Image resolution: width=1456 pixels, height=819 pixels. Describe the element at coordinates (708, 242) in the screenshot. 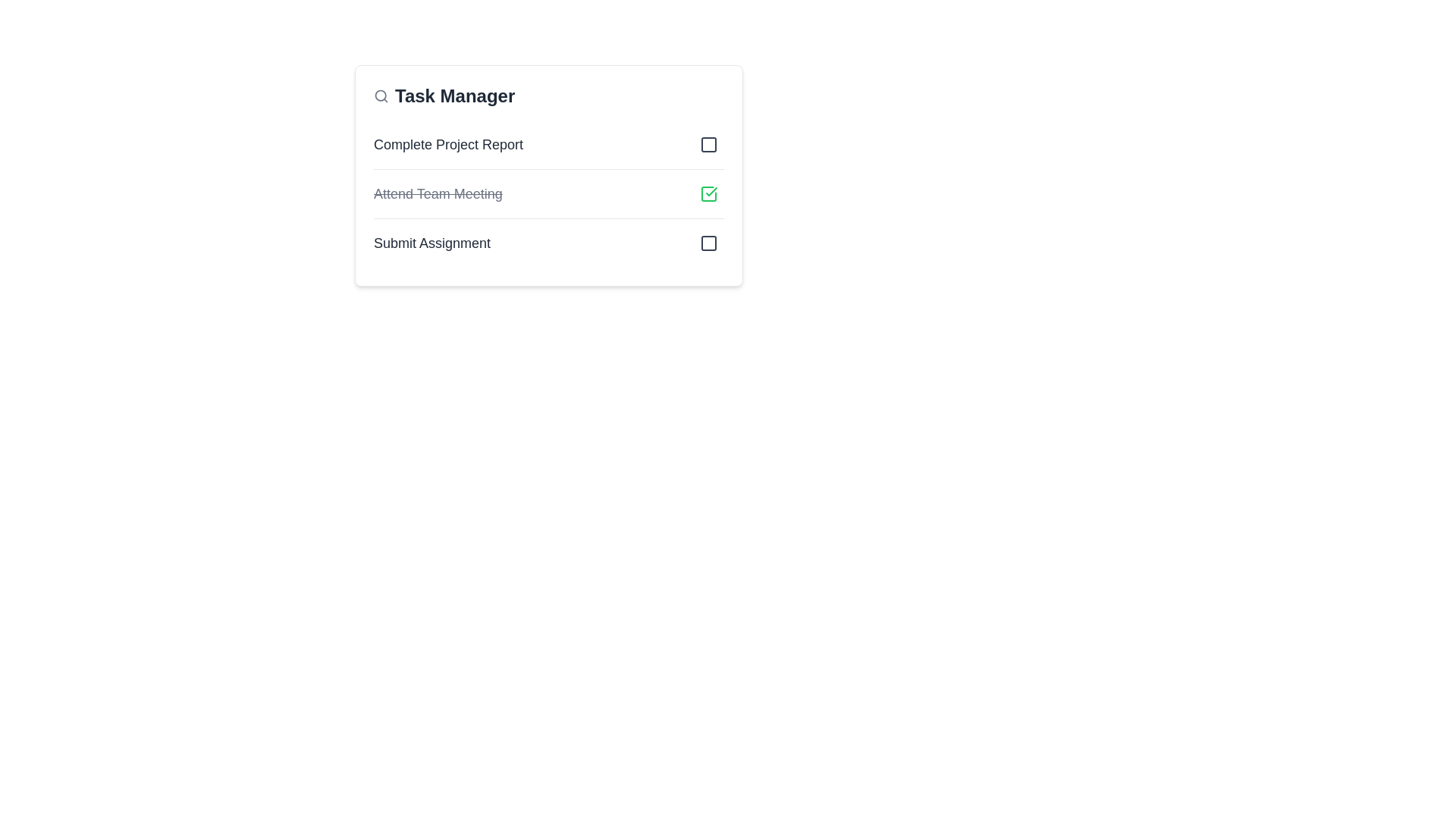

I see `the small, square-shaped button with rounded corners and a square icon, located to the right of the 'Submit Assignment' text, which is the third button in the list` at that location.